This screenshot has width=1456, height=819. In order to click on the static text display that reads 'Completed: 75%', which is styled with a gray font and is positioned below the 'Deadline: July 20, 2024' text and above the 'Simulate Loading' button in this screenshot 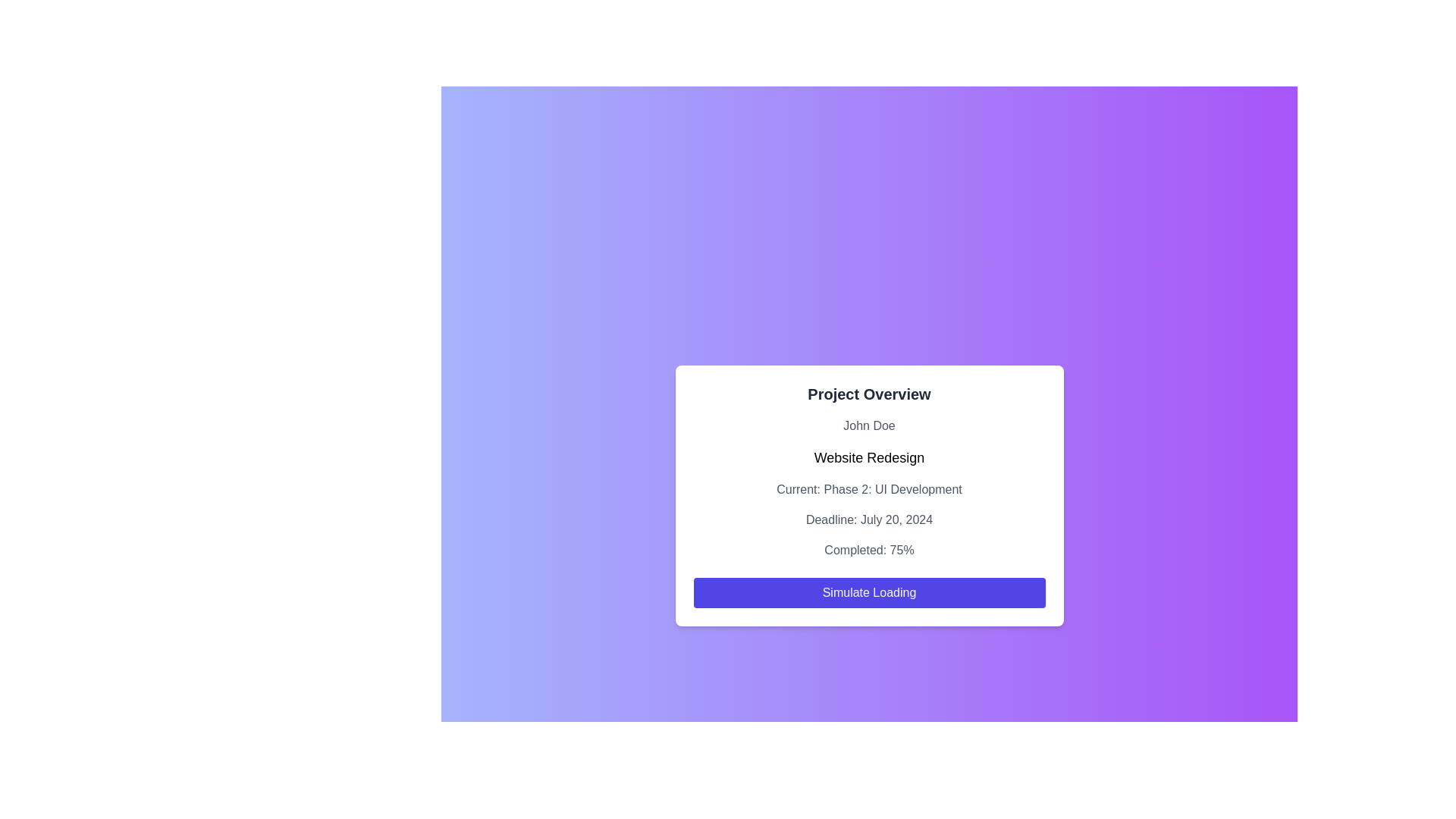, I will do `click(869, 550)`.